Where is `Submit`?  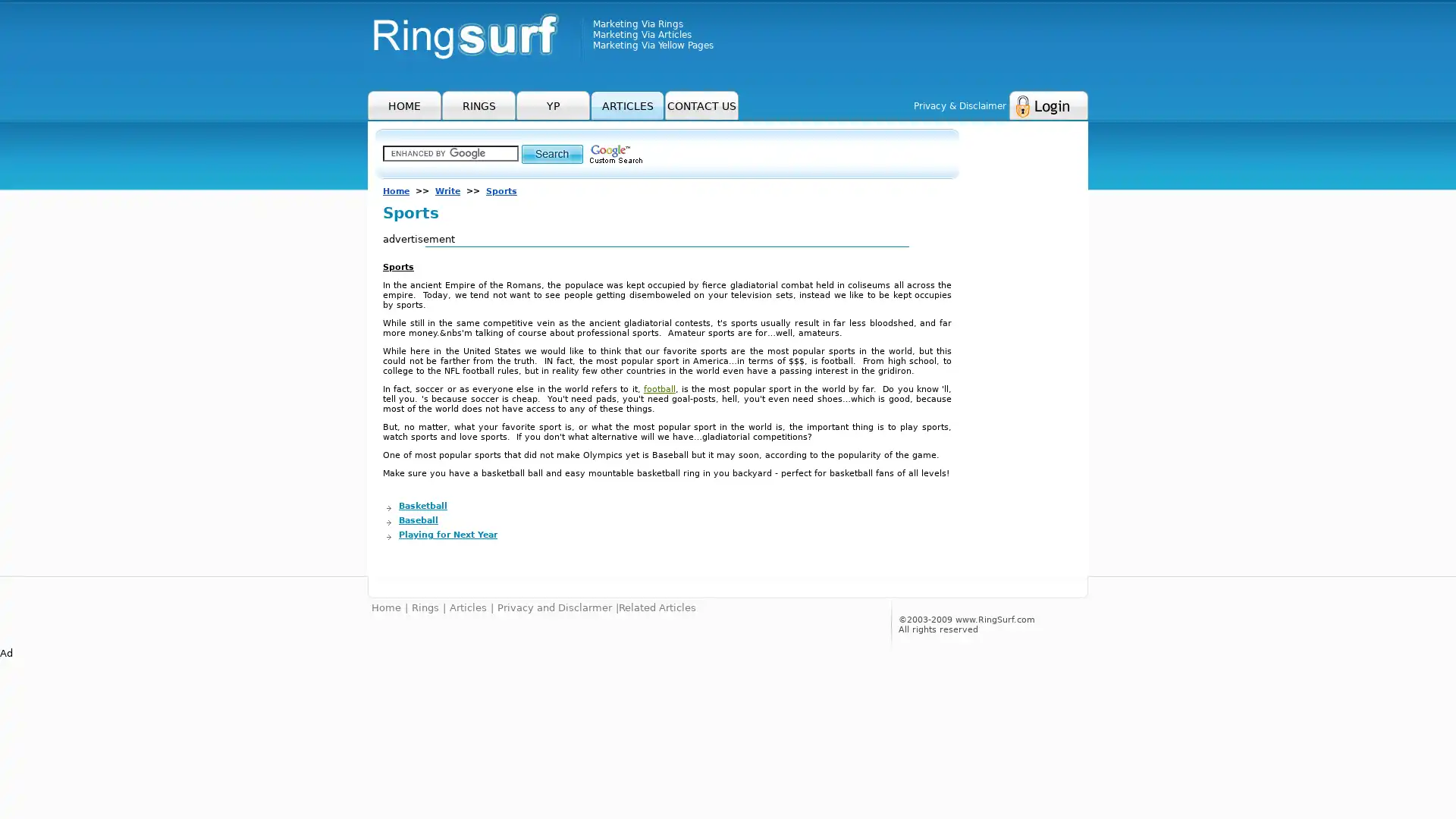
Submit is located at coordinates (551, 153).